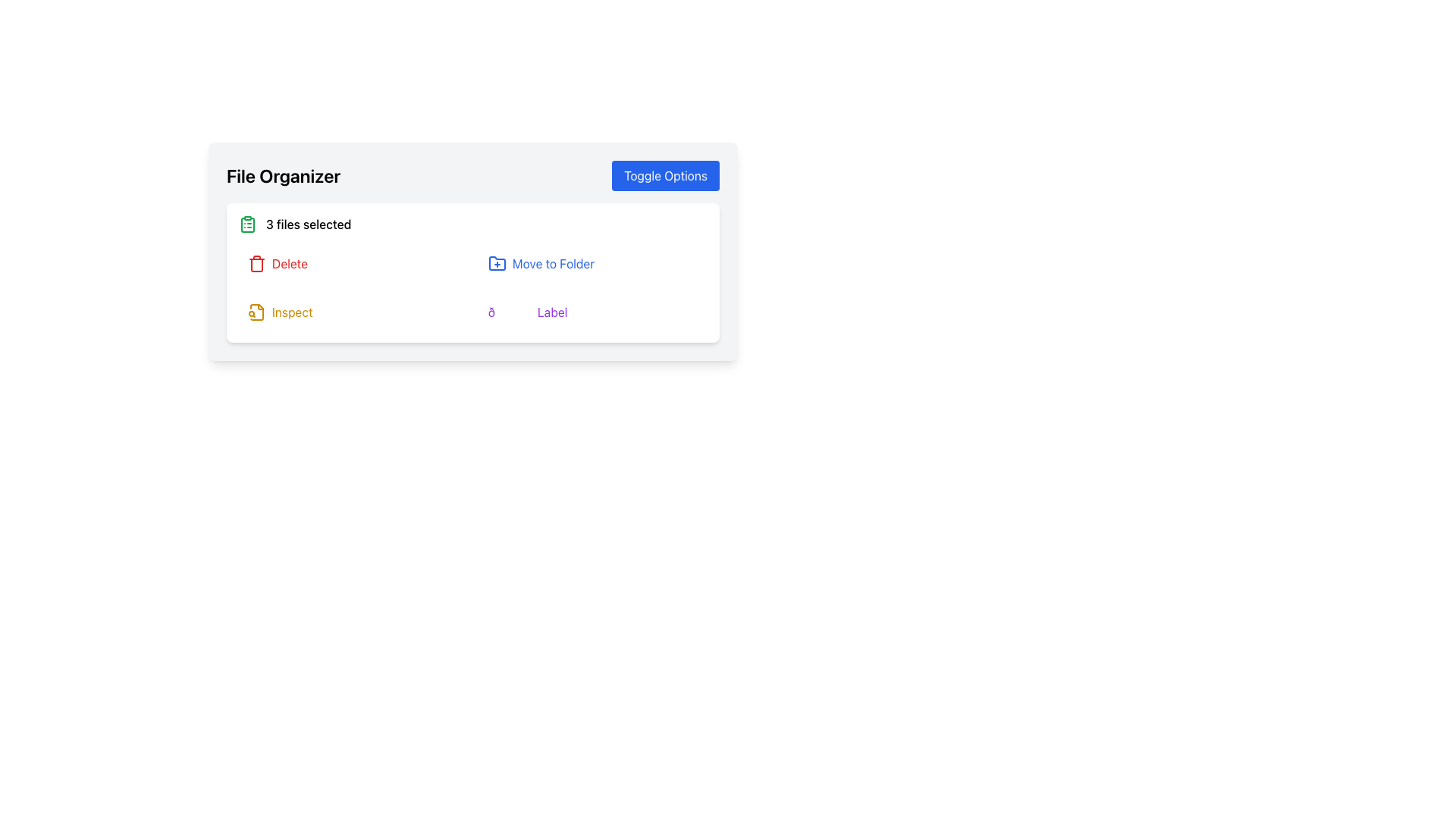  I want to click on the 'Inspect' button, which is styled with bold yellow text and an icon of a document with a magnifying glass, located in the 'File Organizer' card as the fourth interactive option, so click(292, 312).